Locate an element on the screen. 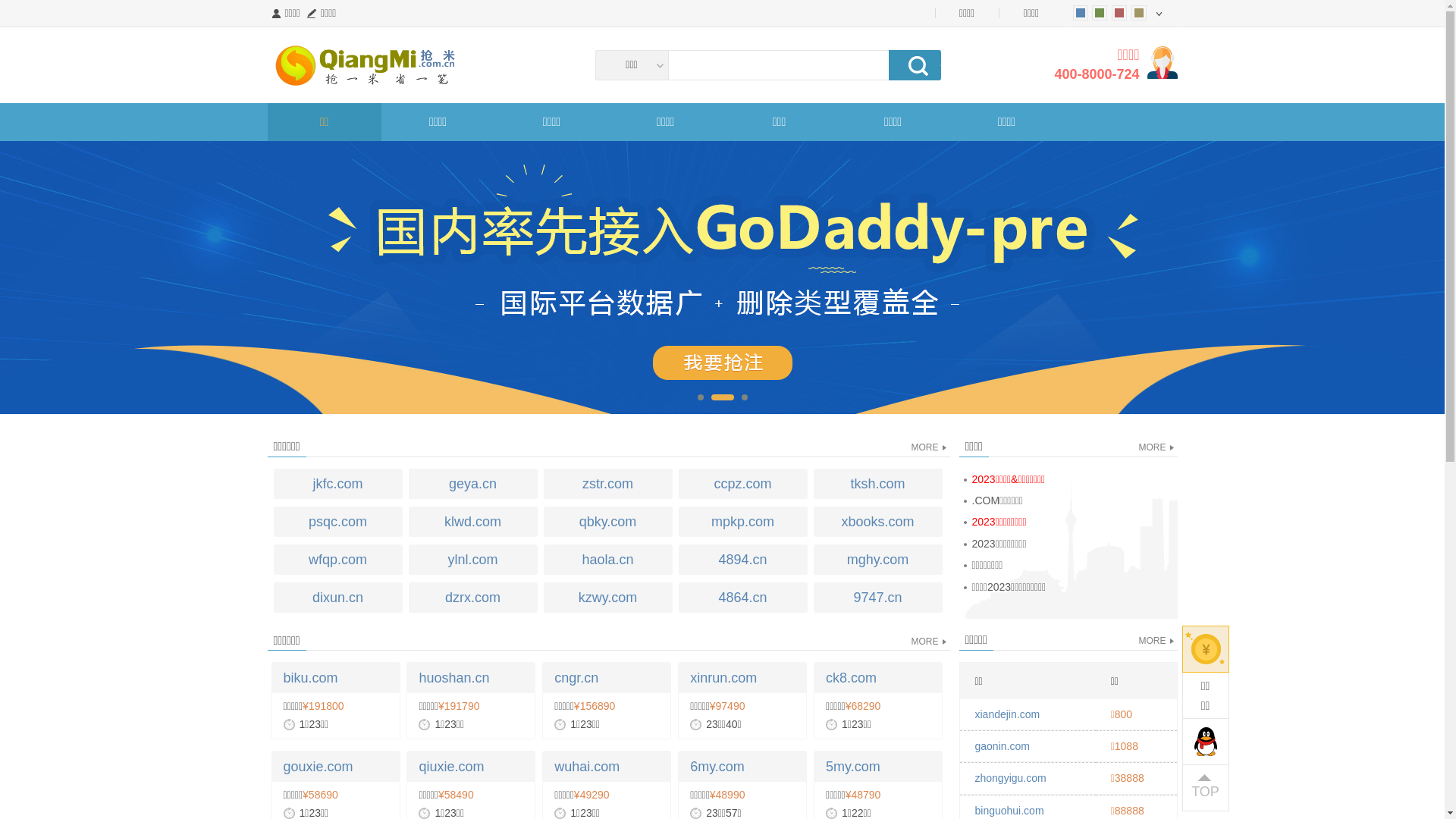 This screenshot has height=819, width=1456. 'kzwy.com' is located at coordinates (607, 596).